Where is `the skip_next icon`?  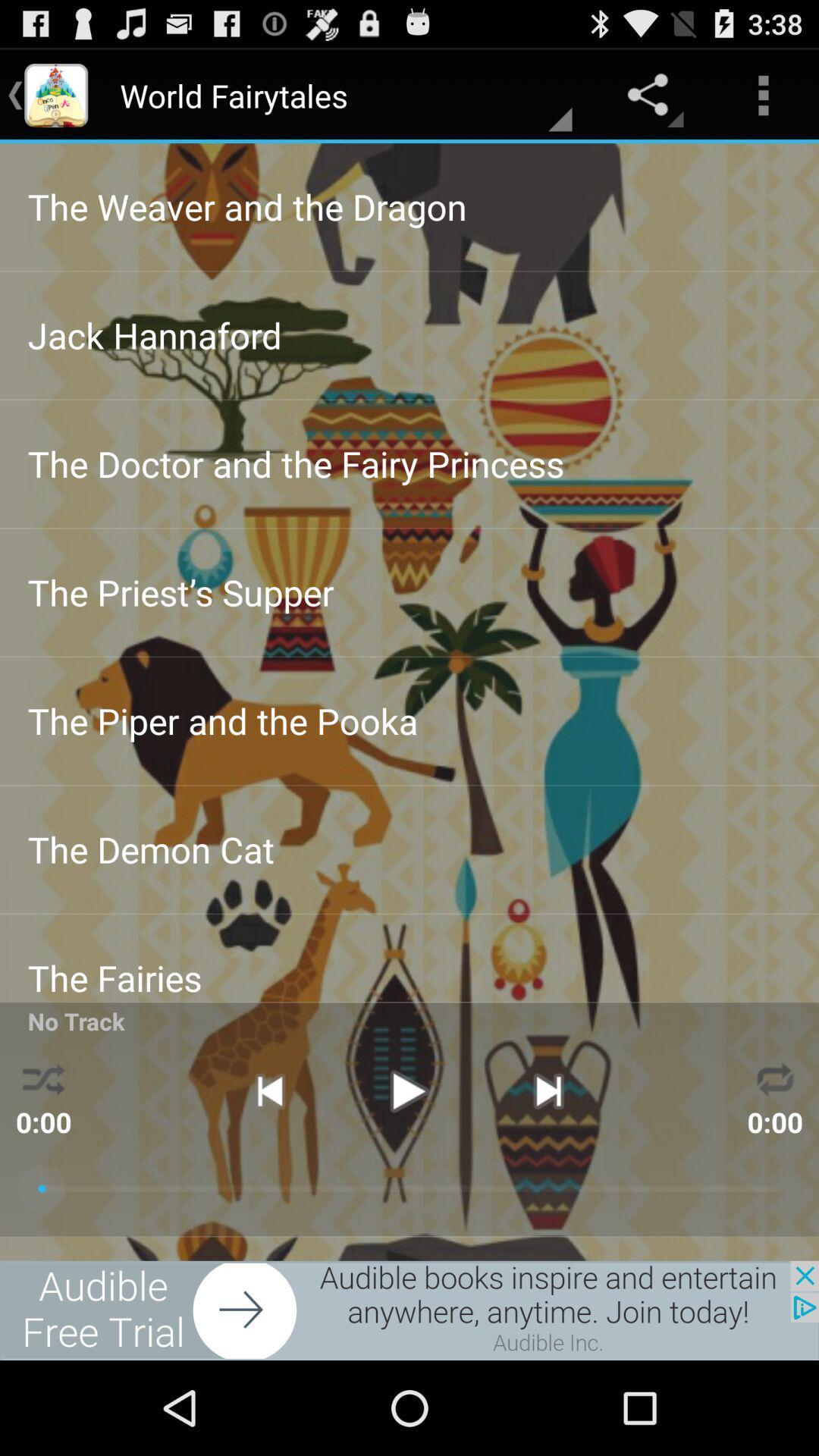 the skip_next icon is located at coordinates (548, 1166).